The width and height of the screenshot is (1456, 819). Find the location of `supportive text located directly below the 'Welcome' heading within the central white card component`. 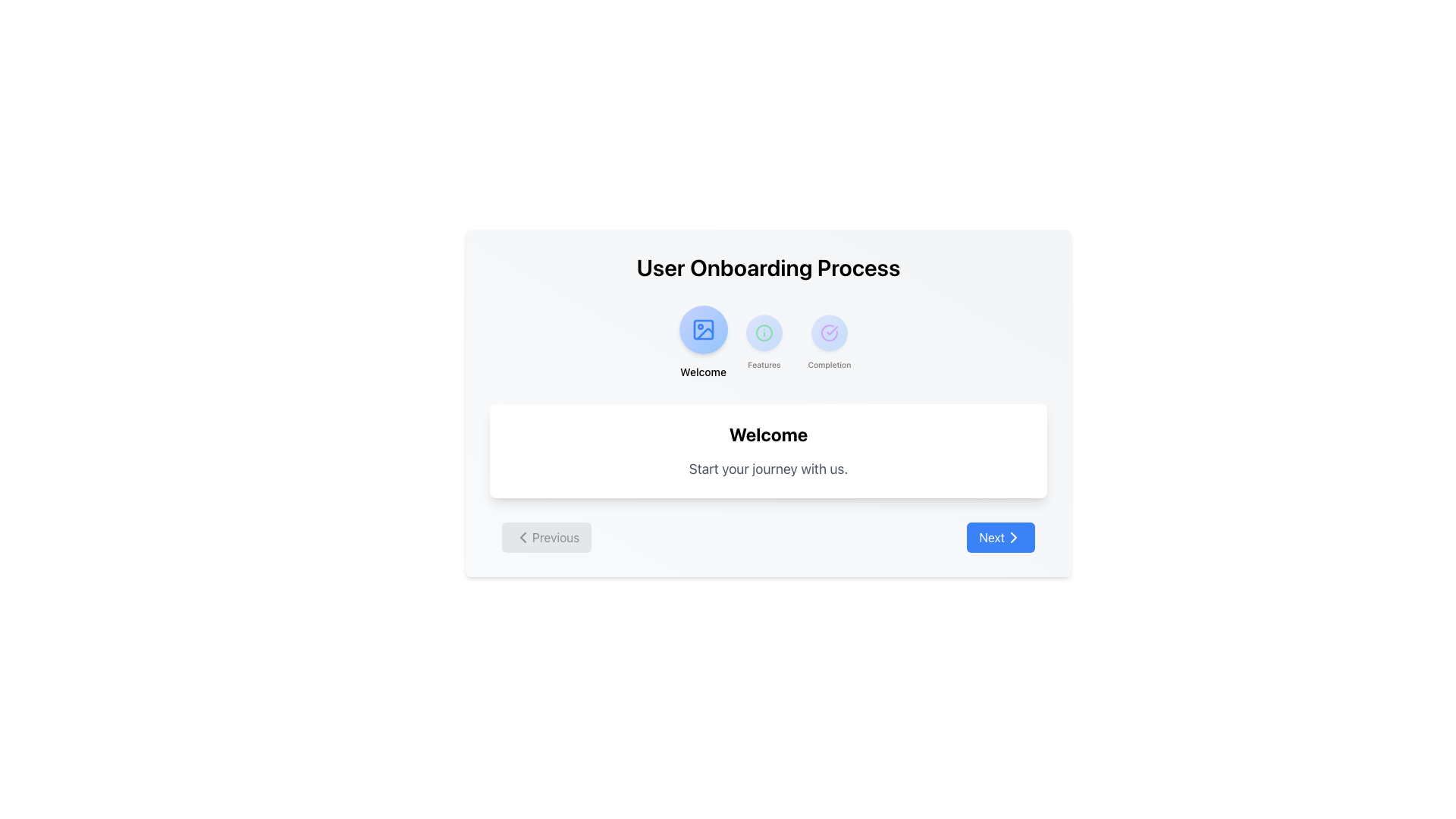

supportive text located directly below the 'Welcome' heading within the central white card component is located at coordinates (768, 468).